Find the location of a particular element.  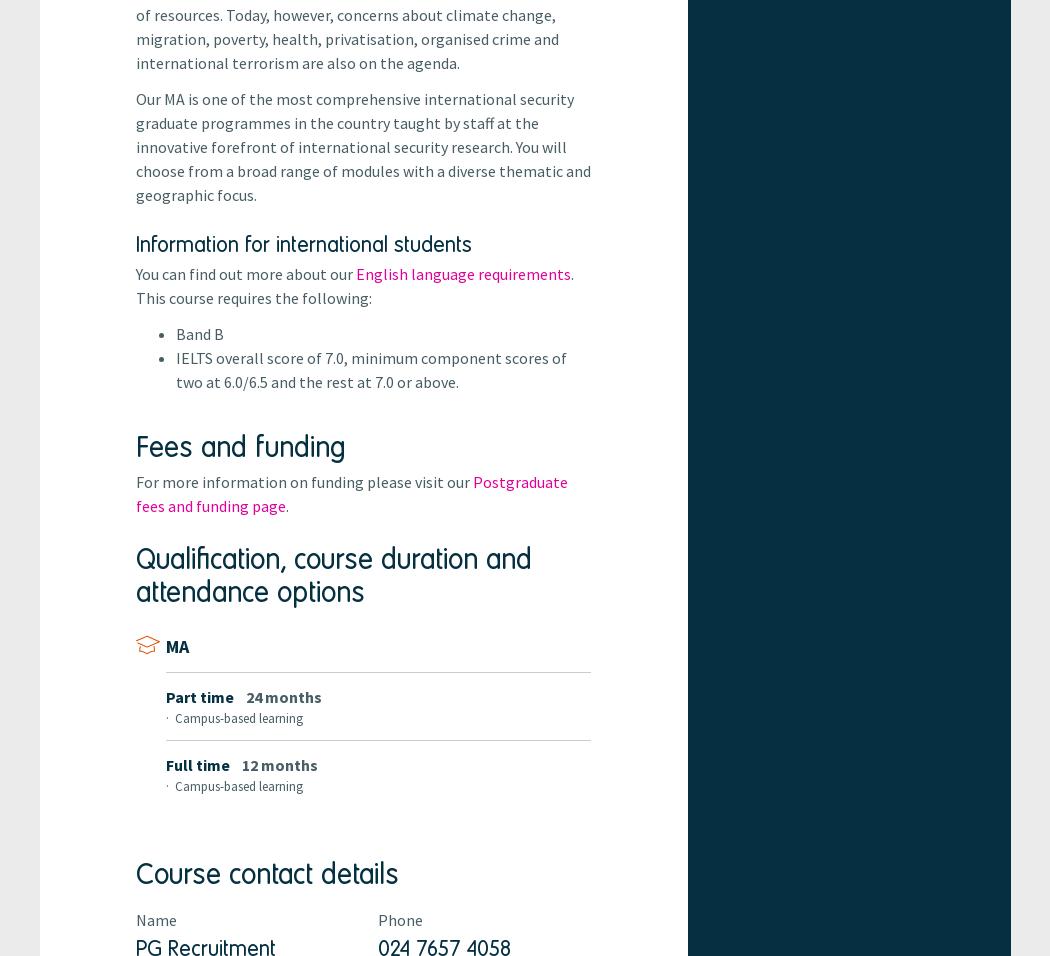

'12 months' is located at coordinates (277, 763).